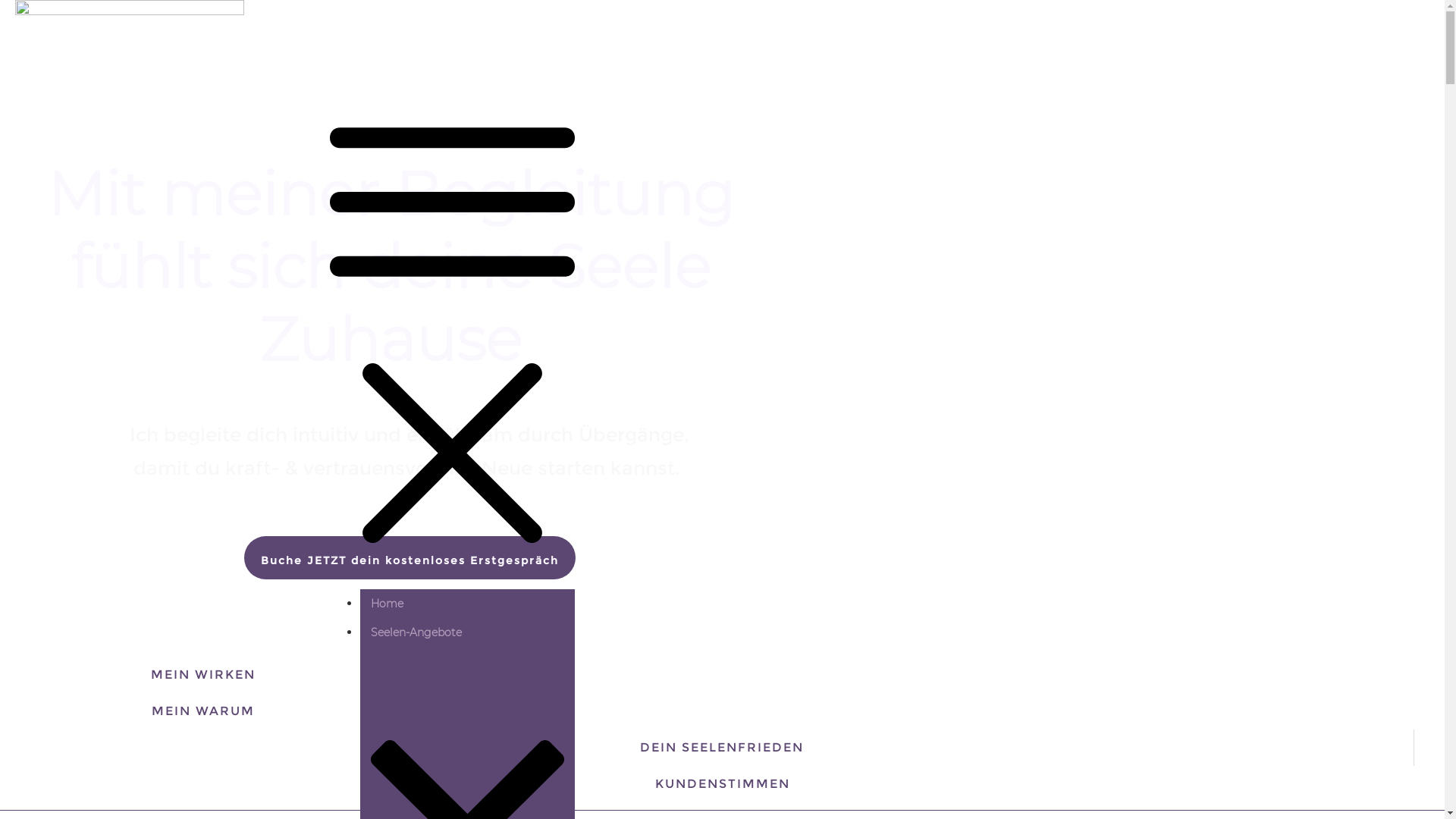  Describe the element at coordinates (722, 783) in the screenshot. I see `'KUNDENSTIMMEN'` at that location.